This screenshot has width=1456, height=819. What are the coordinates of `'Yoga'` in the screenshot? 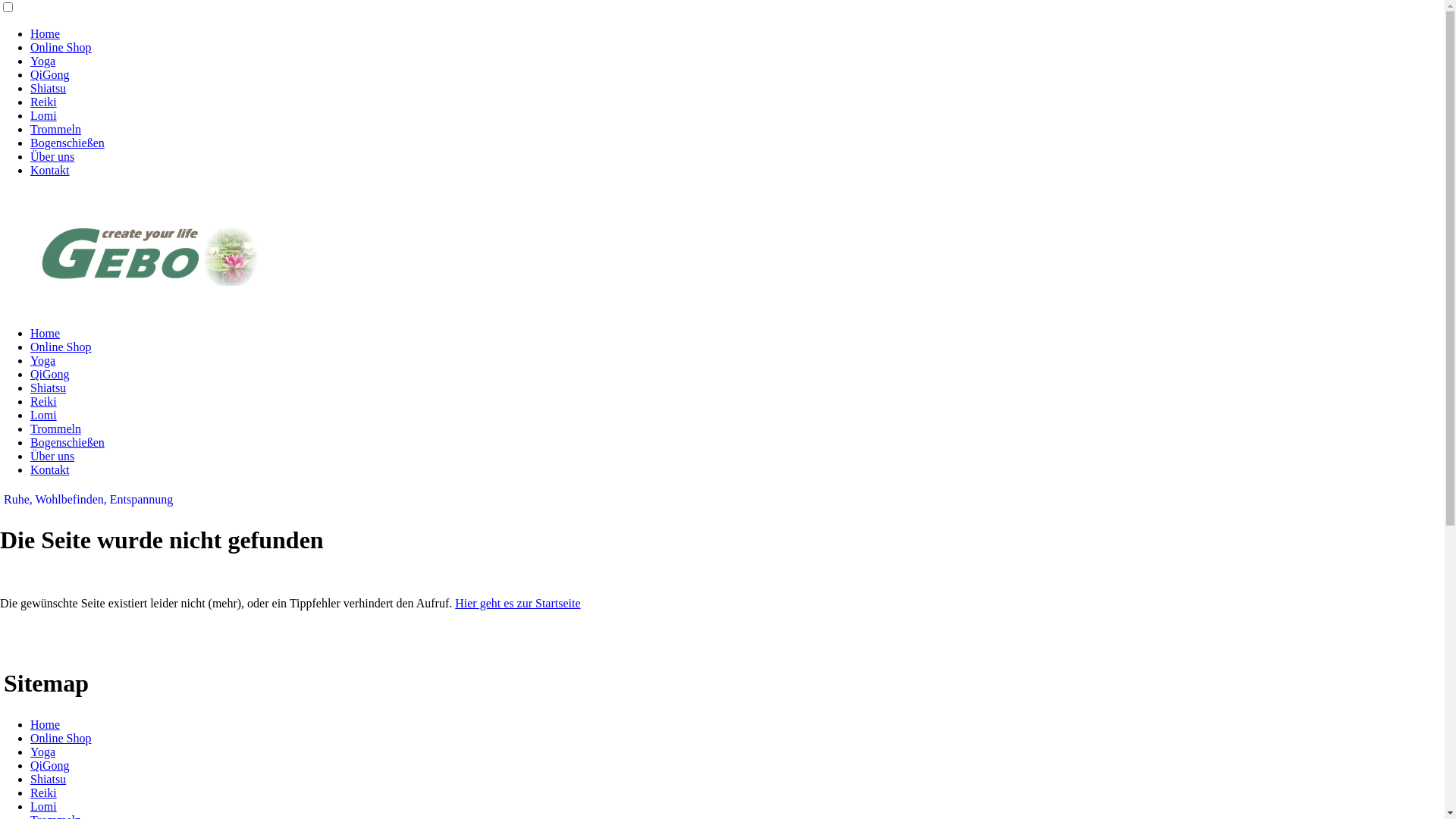 It's located at (42, 752).